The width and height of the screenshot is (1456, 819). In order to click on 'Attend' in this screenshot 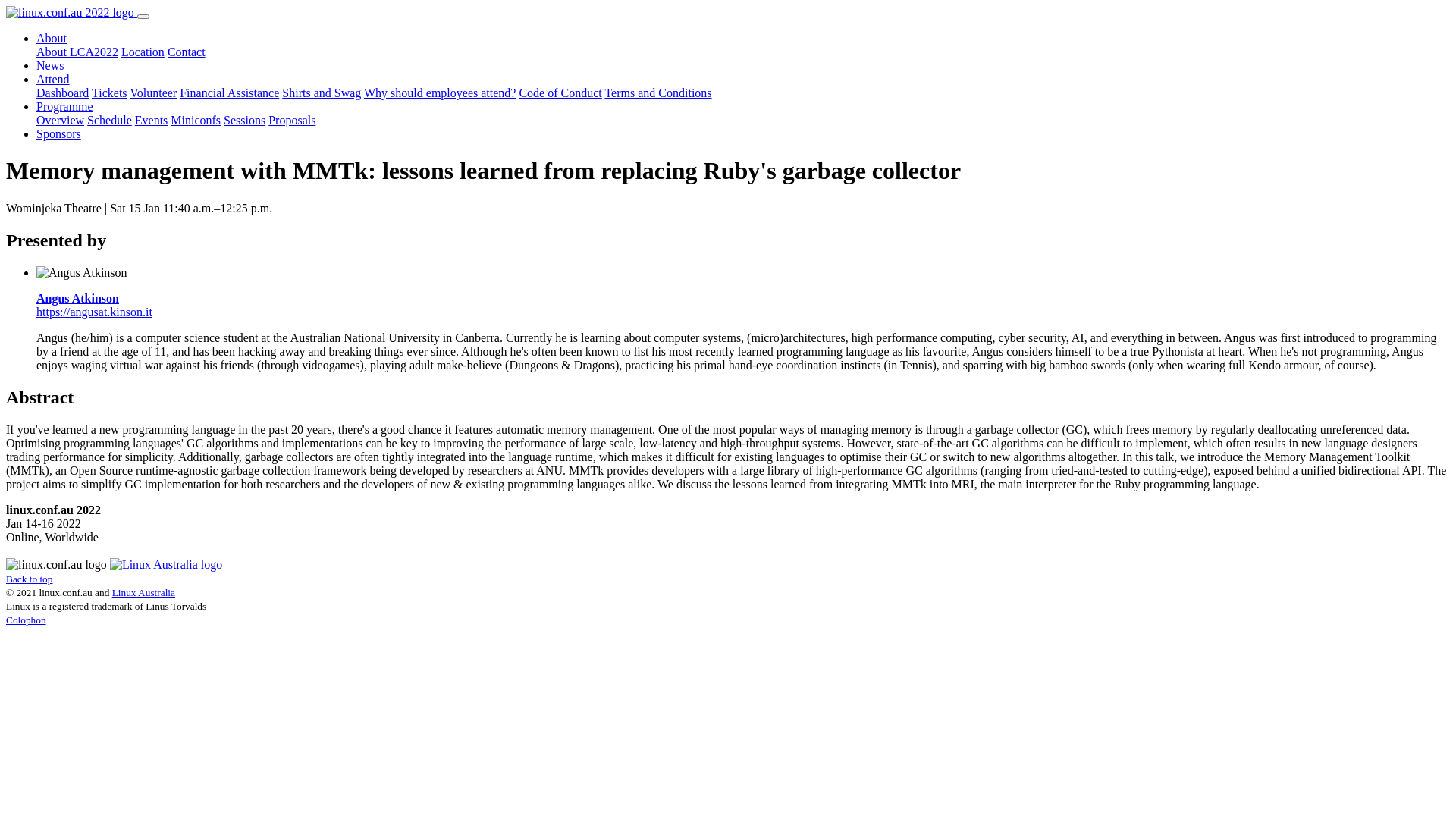, I will do `click(53, 79)`.